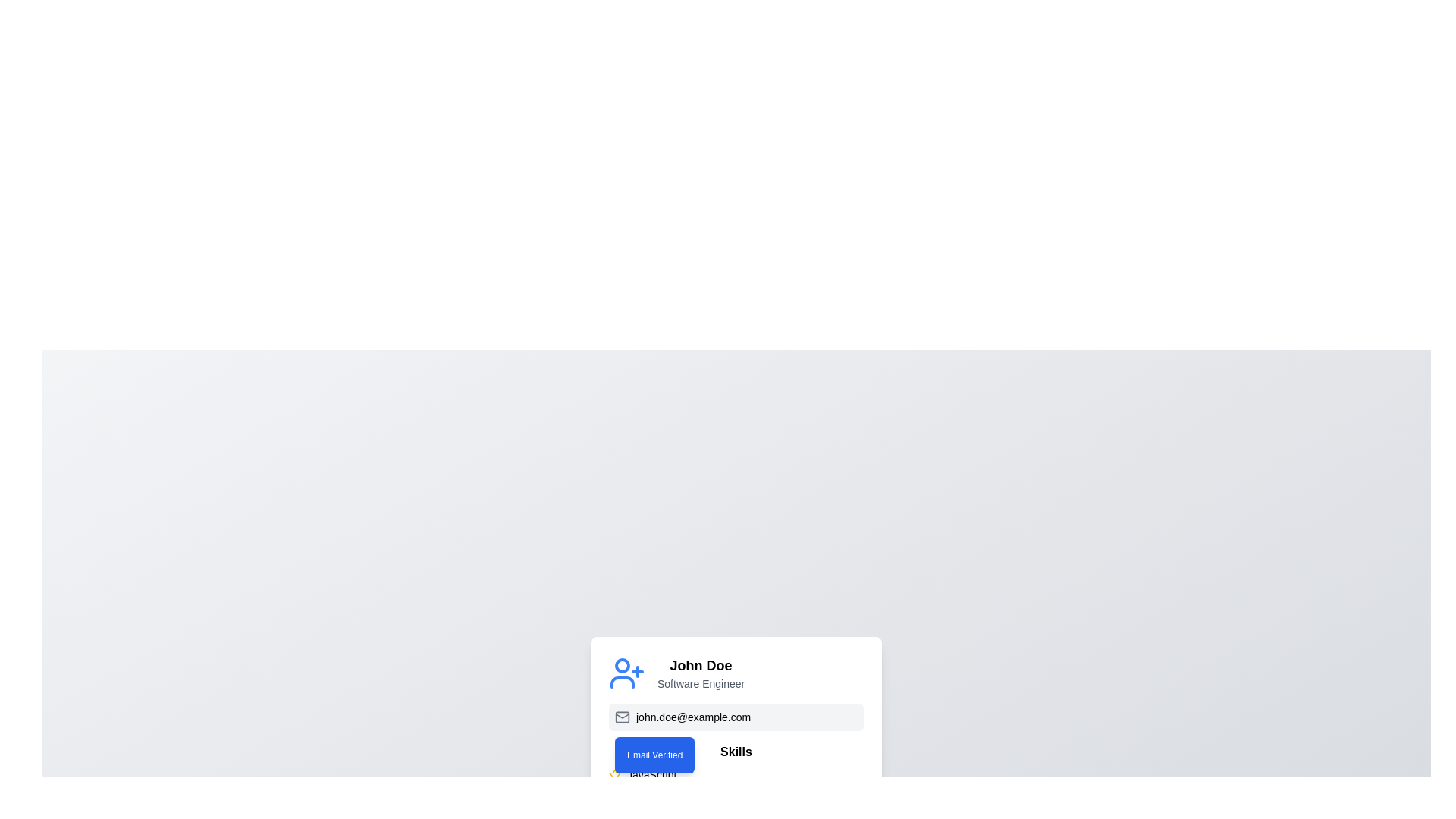  Describe the element at coordinates (622, 717) in the screenshot. I see `the small light gray envelope icon located at the far left of the element containing the text 'john.doe@example.com' and the blue button labeled 'Email Verified'` at that location.